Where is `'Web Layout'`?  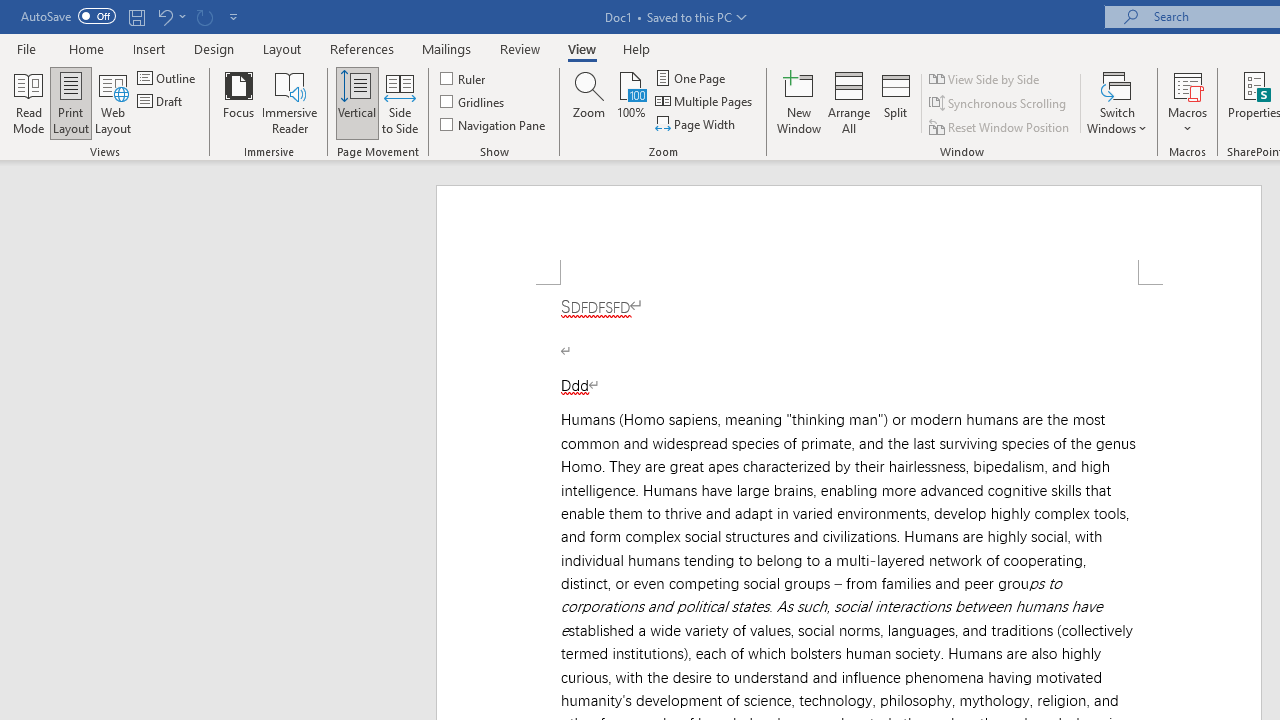
'Web Layout' is located at coordinates (112, 103).